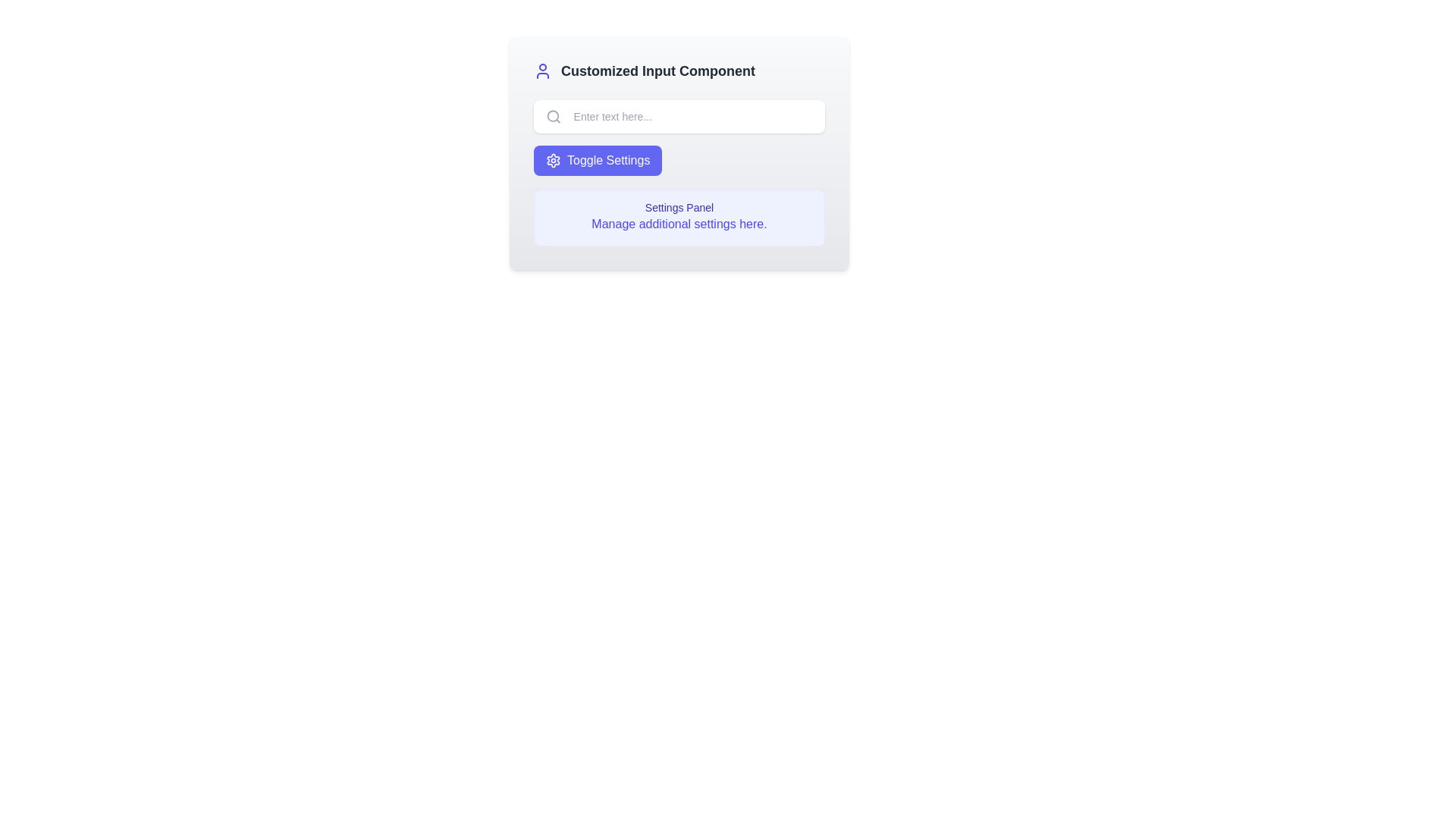 The height and width of the screenshot is (819, 1456). What do you see at coordinates (679, 224) in the screenshot?
I see `the static text label located within the 'Settings Panel' bordered box, which informs users about additional settings` at bounding box center [679, 224].